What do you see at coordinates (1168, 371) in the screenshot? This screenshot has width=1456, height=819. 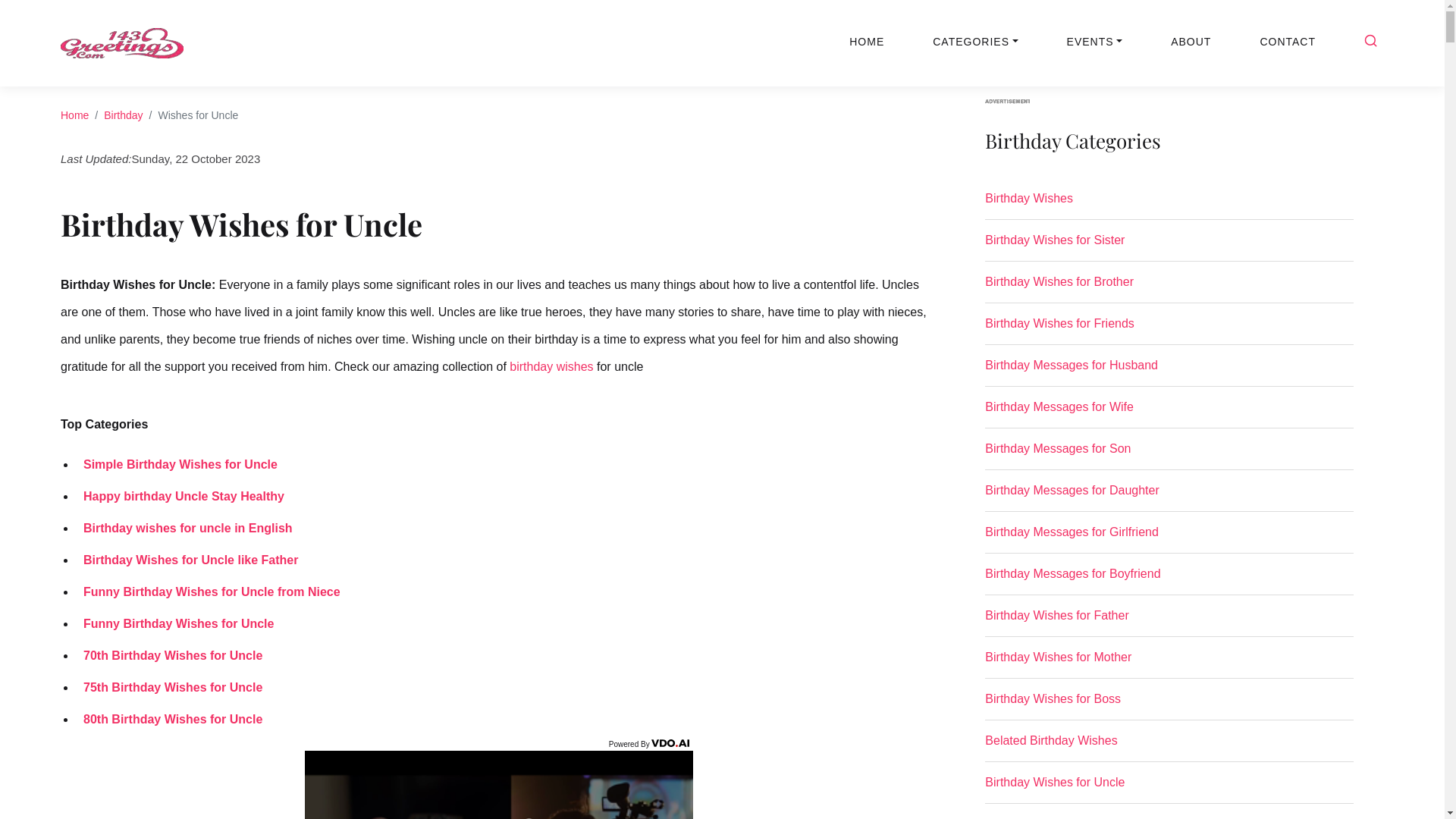 I see `'Birthday Messages for Husband'` at bounding box center [1168, 371].